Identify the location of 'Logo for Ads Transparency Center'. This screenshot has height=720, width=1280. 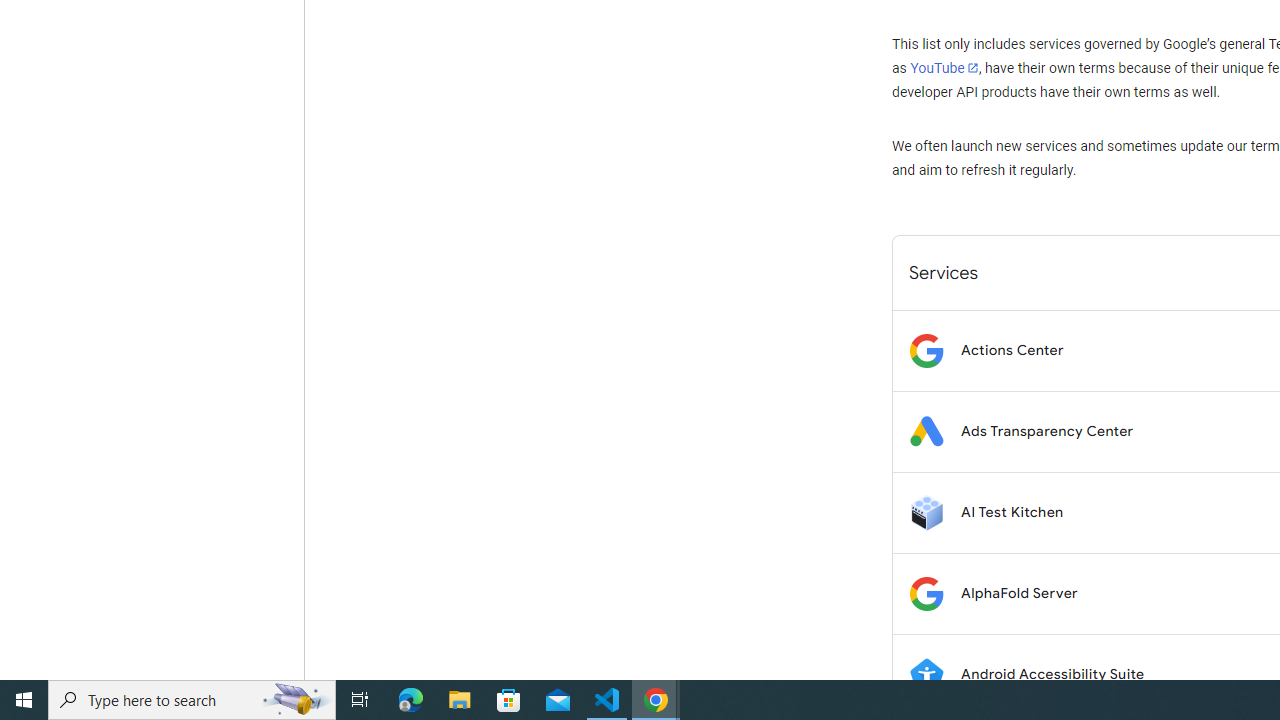
(925, 430).